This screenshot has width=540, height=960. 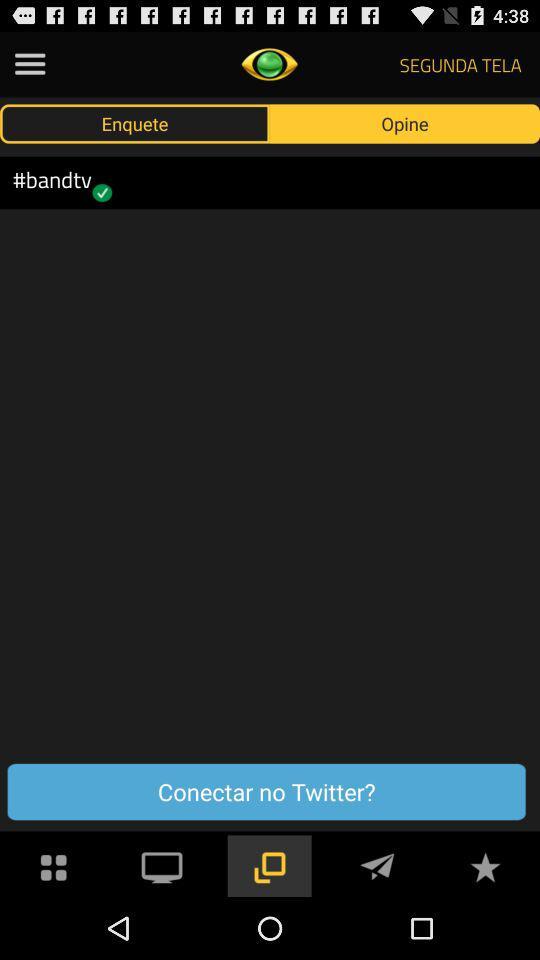 What do you see at coordinates (377, 864) in the screenshot?
I see `send an email` at bounding box center [377, 864].